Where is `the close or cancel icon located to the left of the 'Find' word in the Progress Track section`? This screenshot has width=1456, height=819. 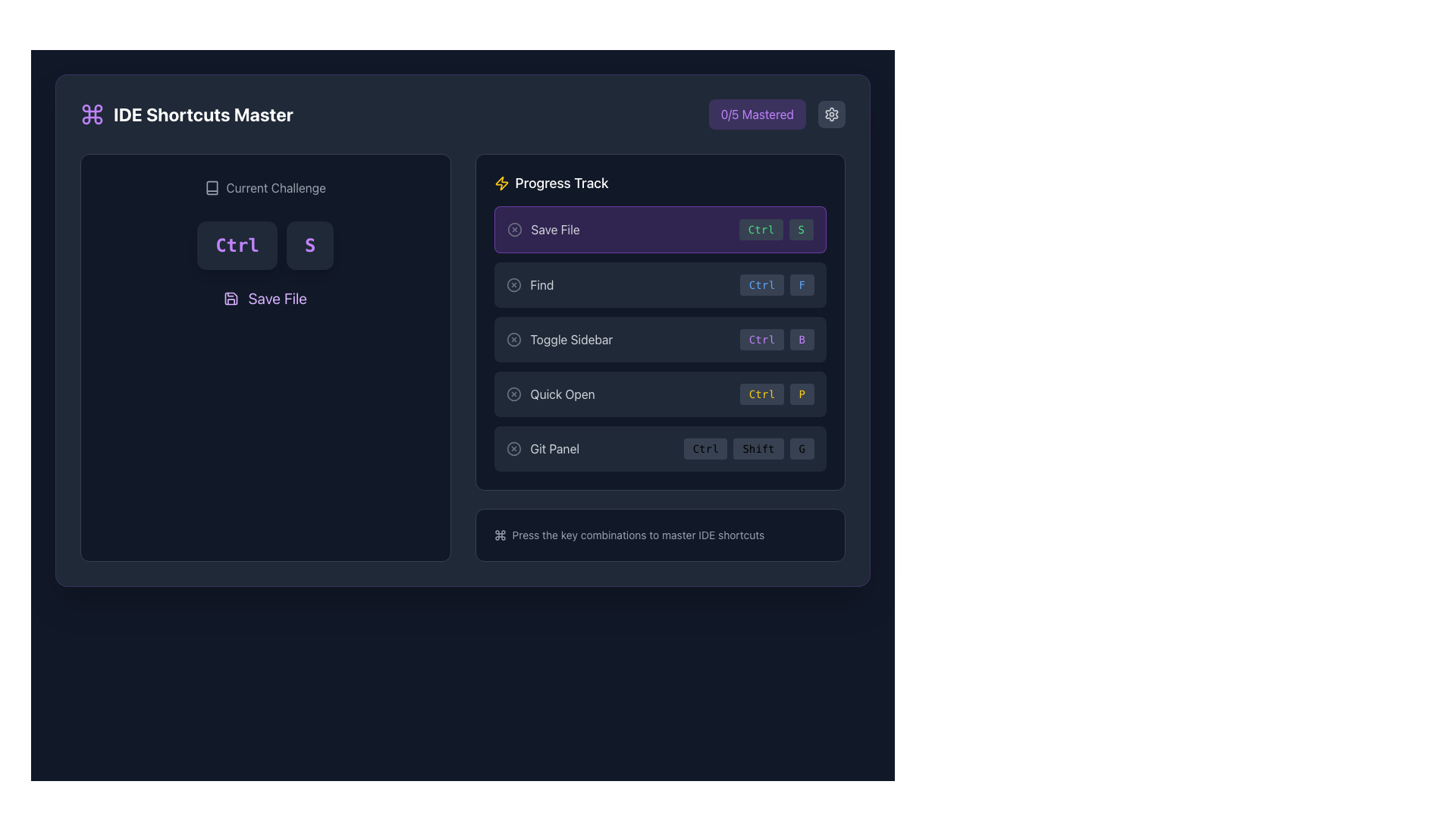 the close or cancel icon located to the left of the 'Find' word in the Progress Track section is located at coordinates (513, 284).